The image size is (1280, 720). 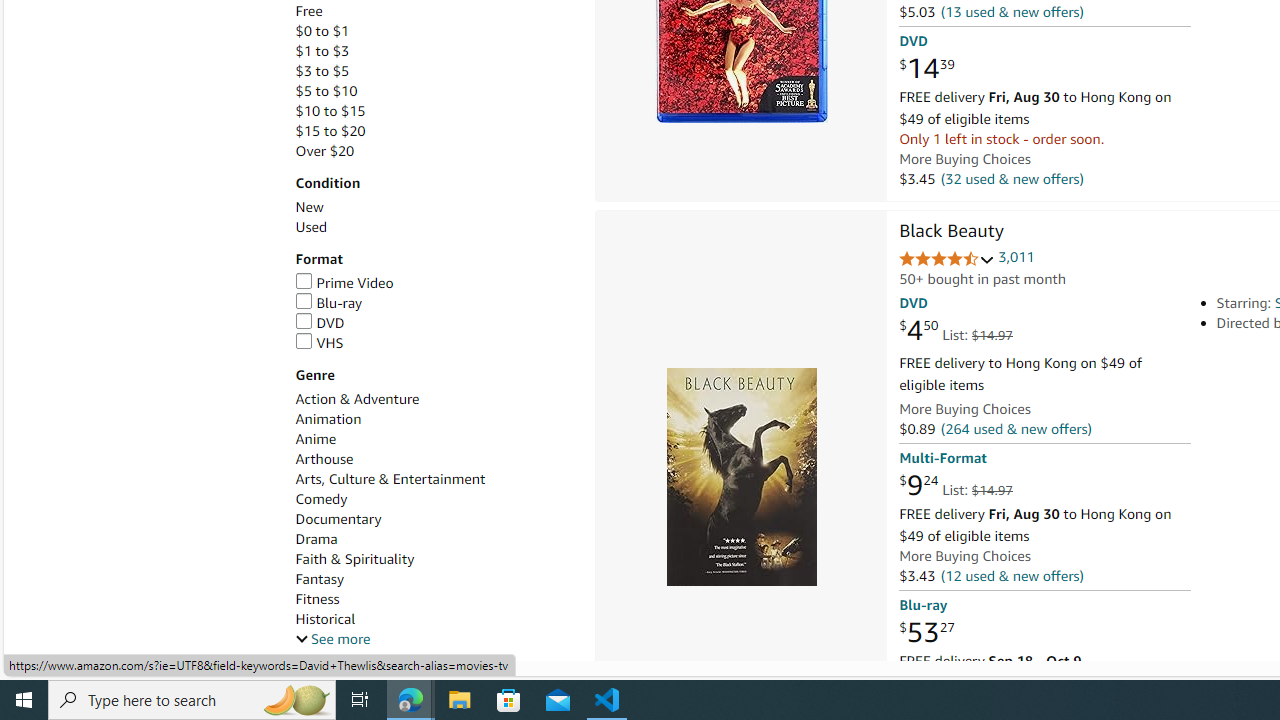 What do you see at coordinates (390, 479) in the screenshot?
I see `'Arts, Culture & Entertainment'` at bounding box center [390, 479].